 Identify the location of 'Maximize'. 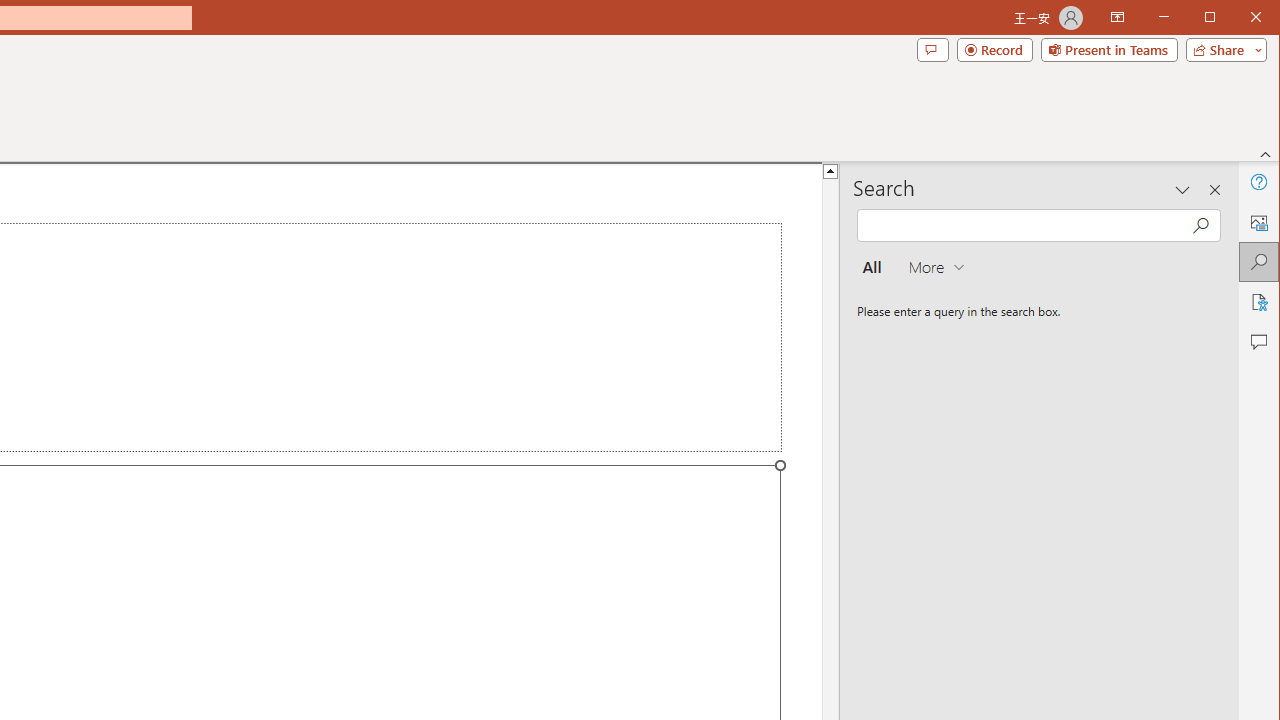
(1238, 19).